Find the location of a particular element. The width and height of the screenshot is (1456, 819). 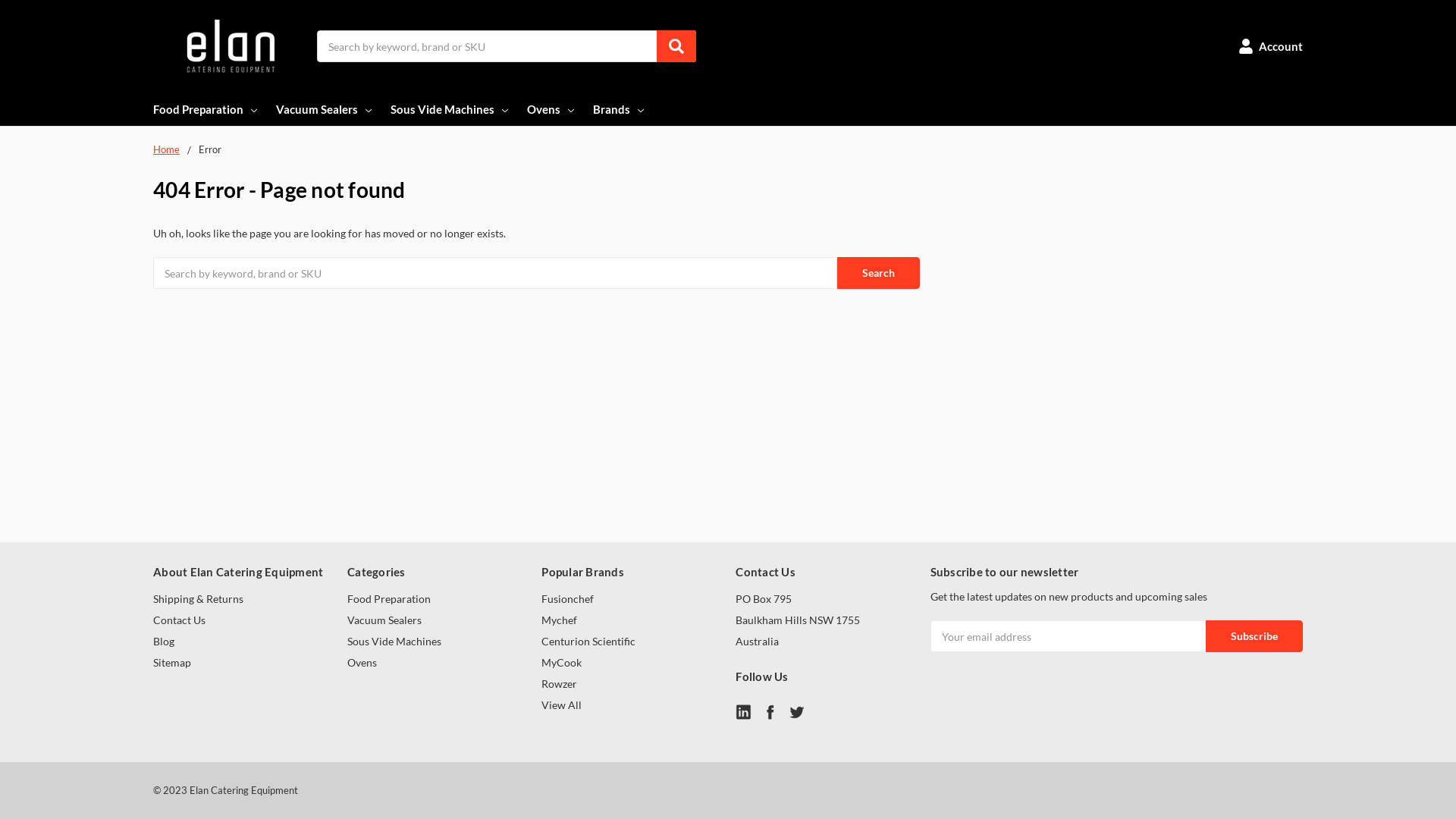

'MyCook' is located at coordinates (560, 661).